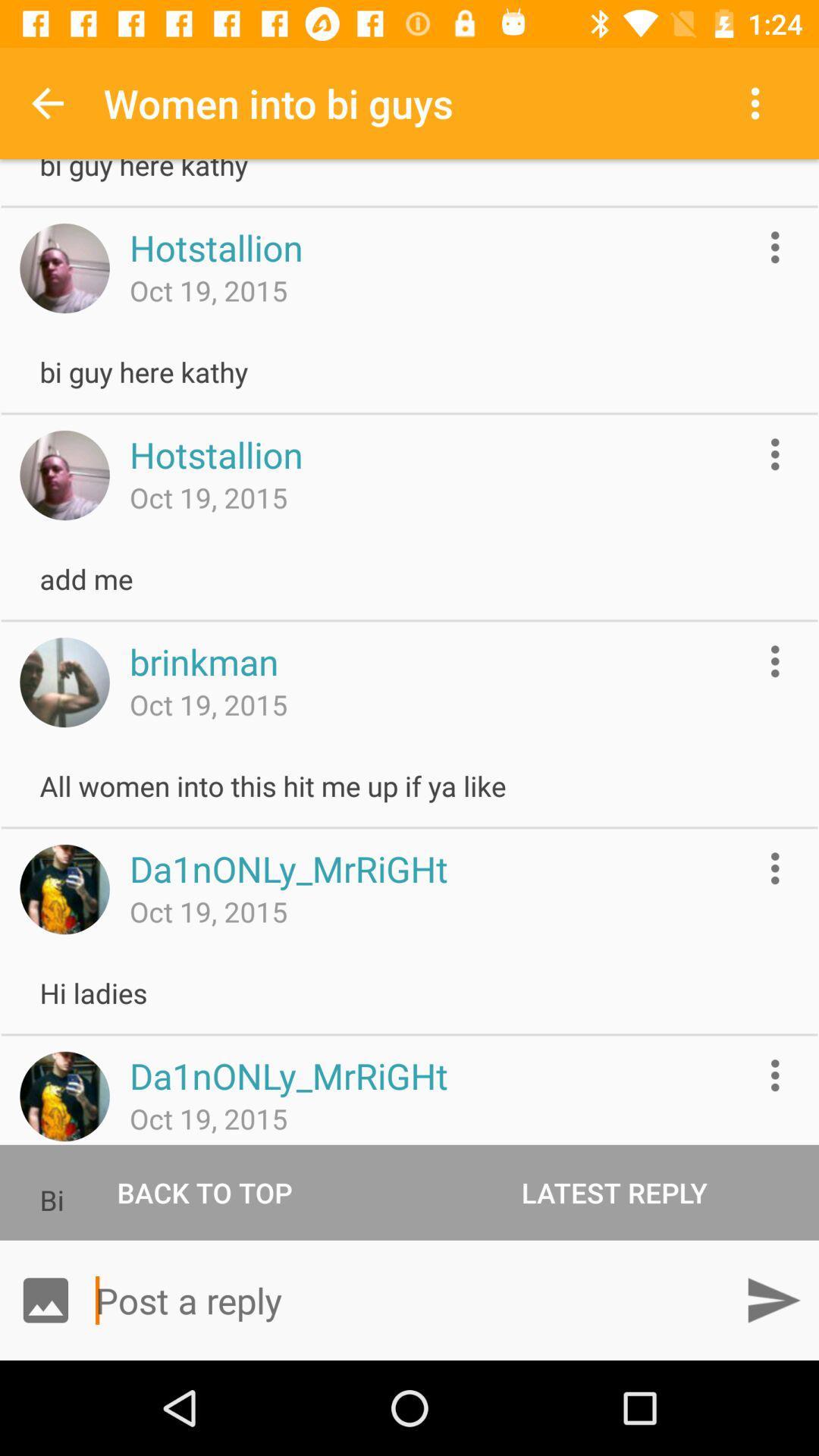 The image size is (819, 1456). What do you see at coordinates (64, 268) in the screenshot?
I see `profile picture` at bounding box center [64, 268].